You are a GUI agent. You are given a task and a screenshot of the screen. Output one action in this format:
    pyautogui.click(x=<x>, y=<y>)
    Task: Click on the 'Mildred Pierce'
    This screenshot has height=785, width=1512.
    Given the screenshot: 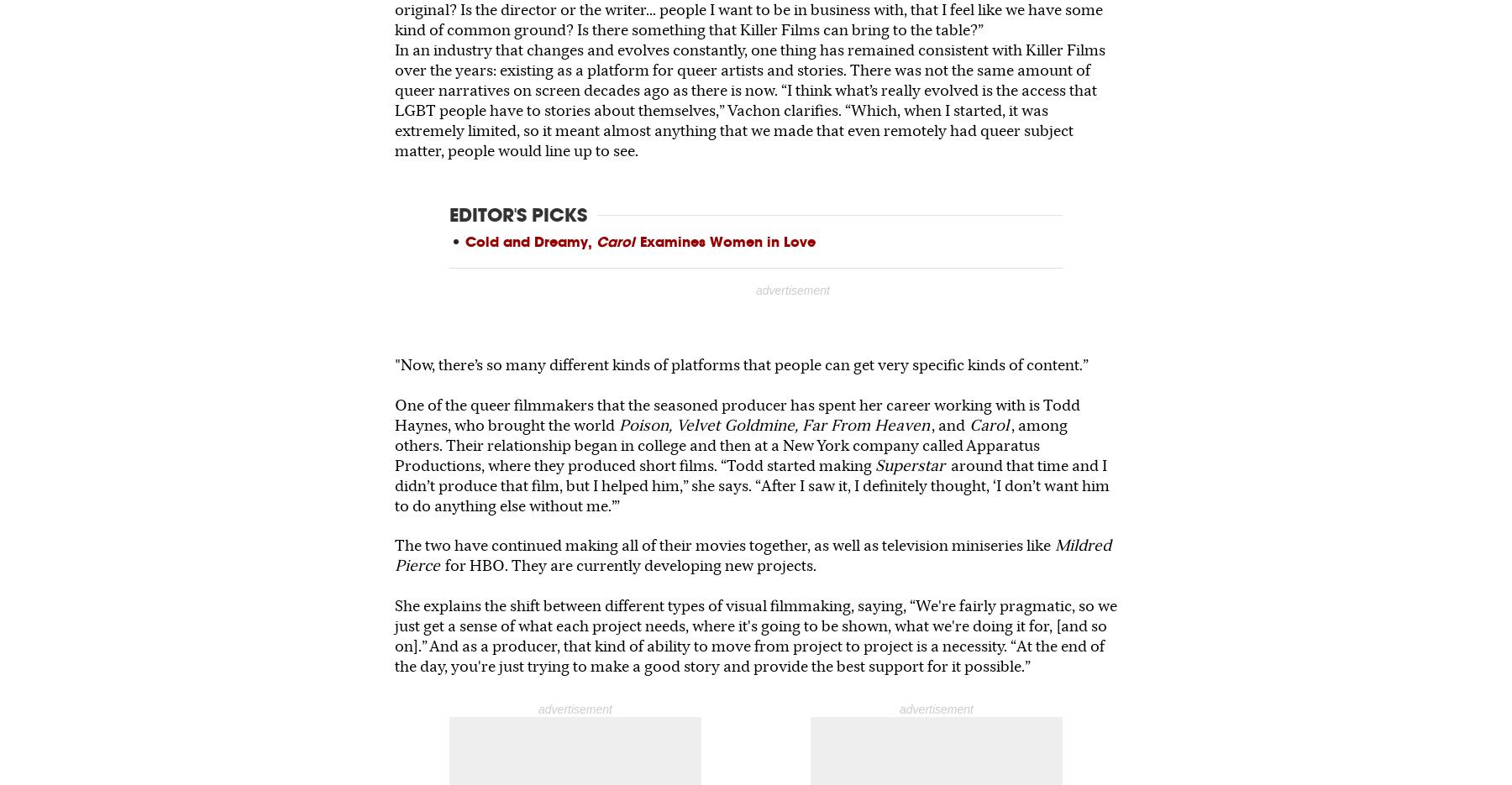 What is the action you would take?
    pyautogui.click(x=753, y=555)
    